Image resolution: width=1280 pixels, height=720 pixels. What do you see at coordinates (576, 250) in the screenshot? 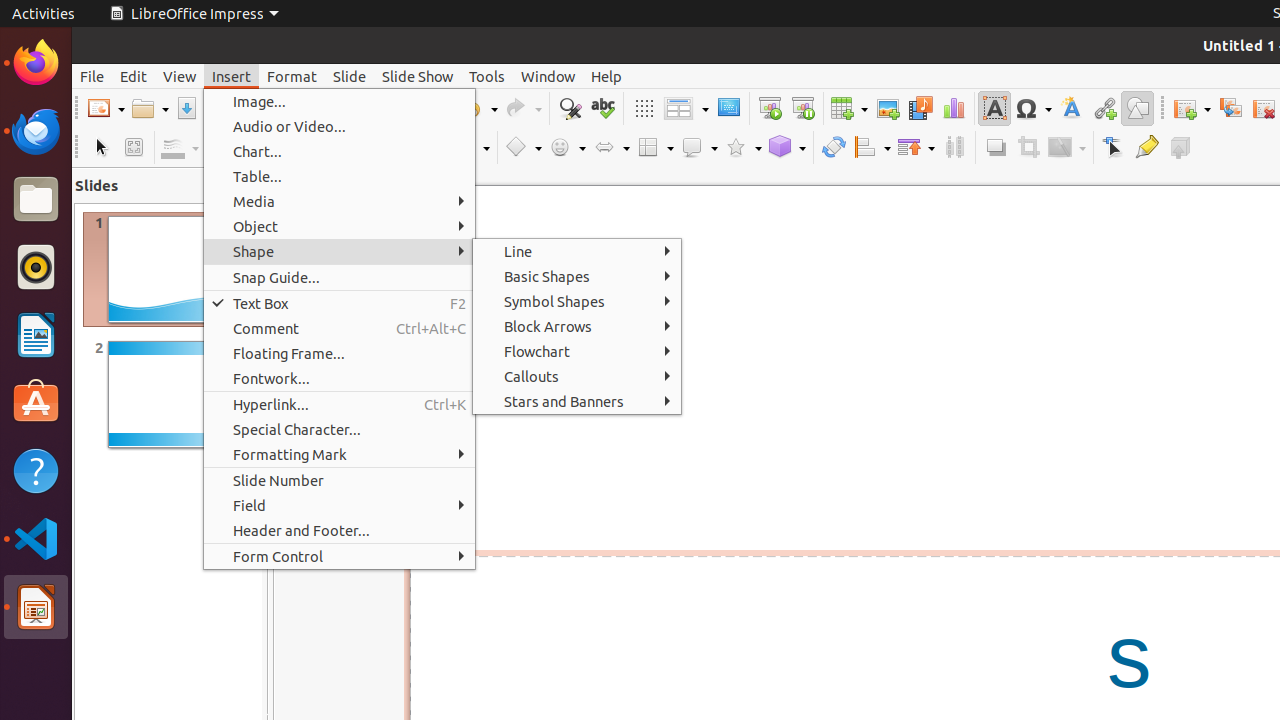
I see `'Line'` at bounding box center [576, 250].